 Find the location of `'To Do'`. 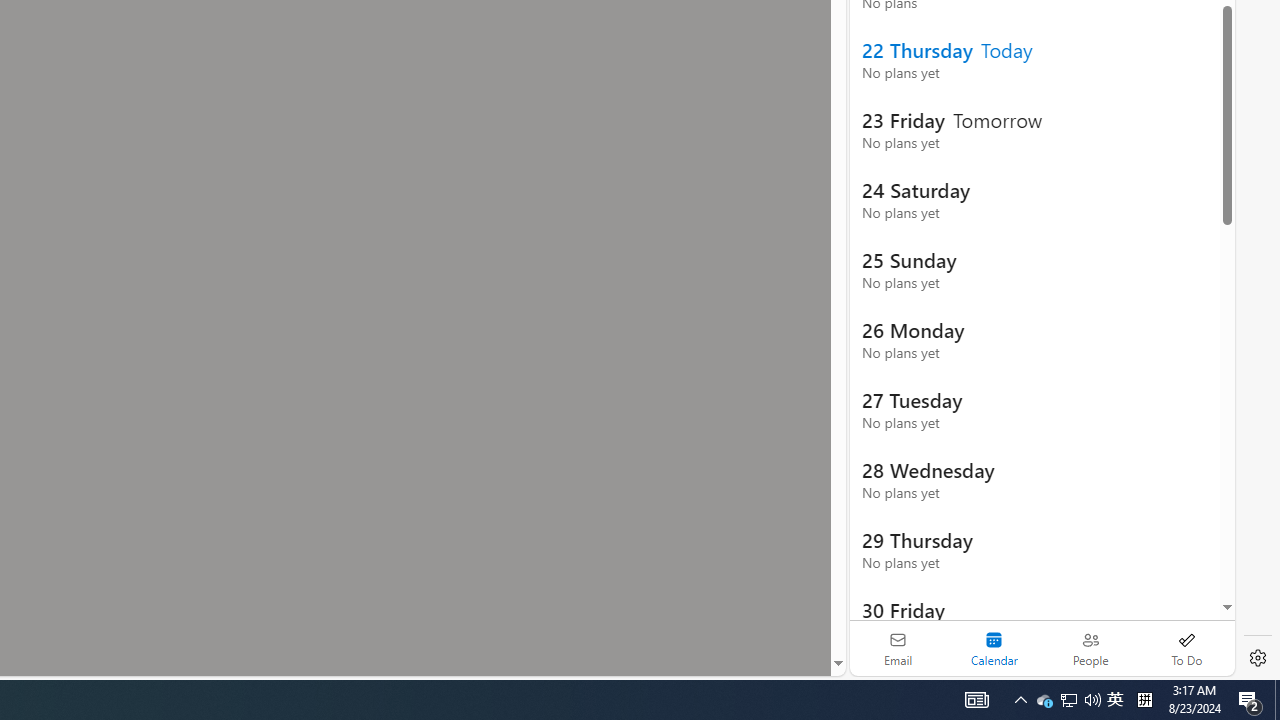

'To Do' is located at coordinates (1186, 648).